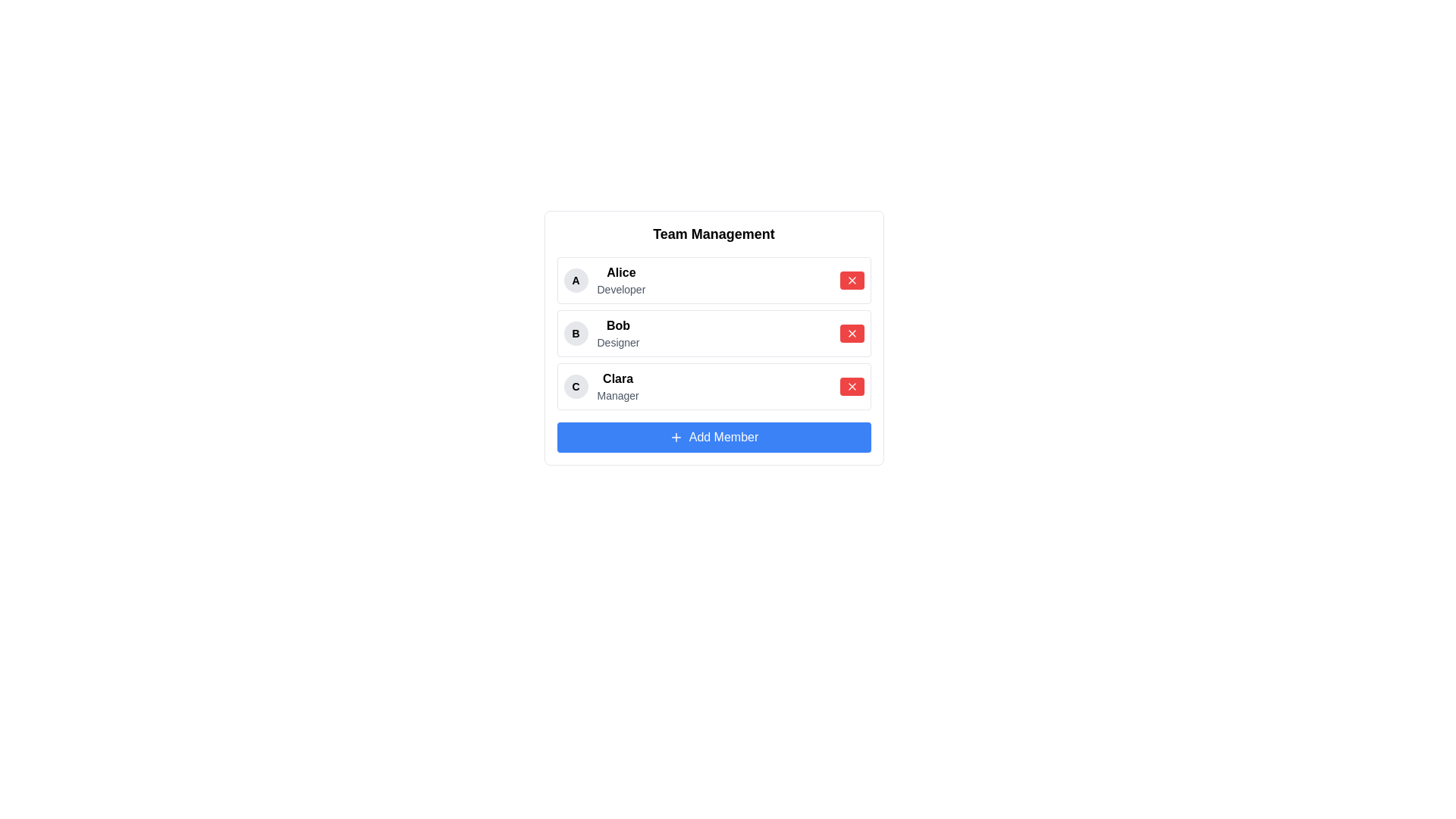  What do you see at coordinates (713, 438) in the screenshot?
I see `the 'Add Member' button with a blue background and white text at the bottom of the team management interface` at bounding box center [713, 438].